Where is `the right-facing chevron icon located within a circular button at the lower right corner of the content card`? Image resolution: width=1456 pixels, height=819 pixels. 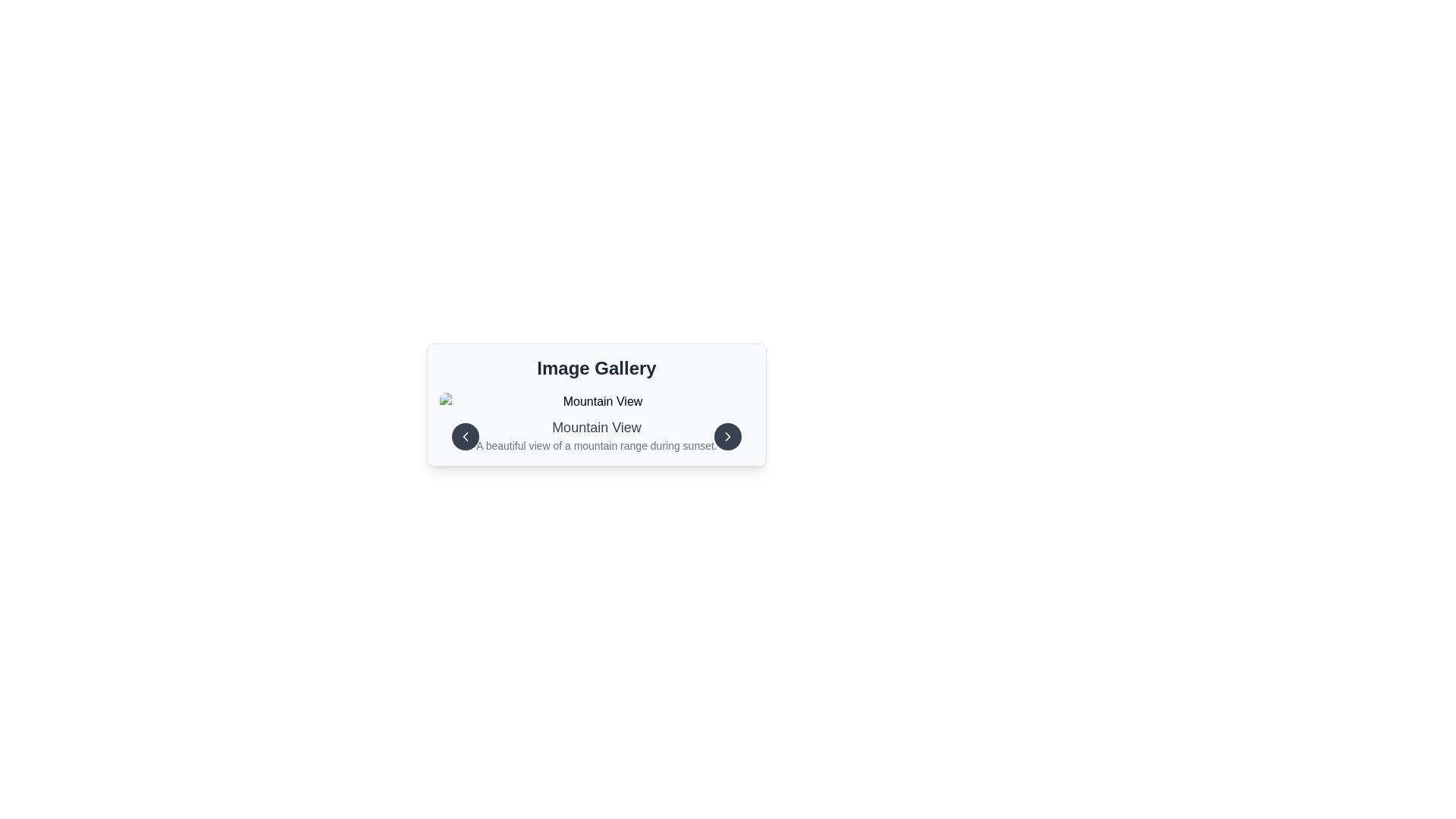
the right-facing chevron icon located within a circular button at the lower right corner of the content card is located at coordinates (728, 436).